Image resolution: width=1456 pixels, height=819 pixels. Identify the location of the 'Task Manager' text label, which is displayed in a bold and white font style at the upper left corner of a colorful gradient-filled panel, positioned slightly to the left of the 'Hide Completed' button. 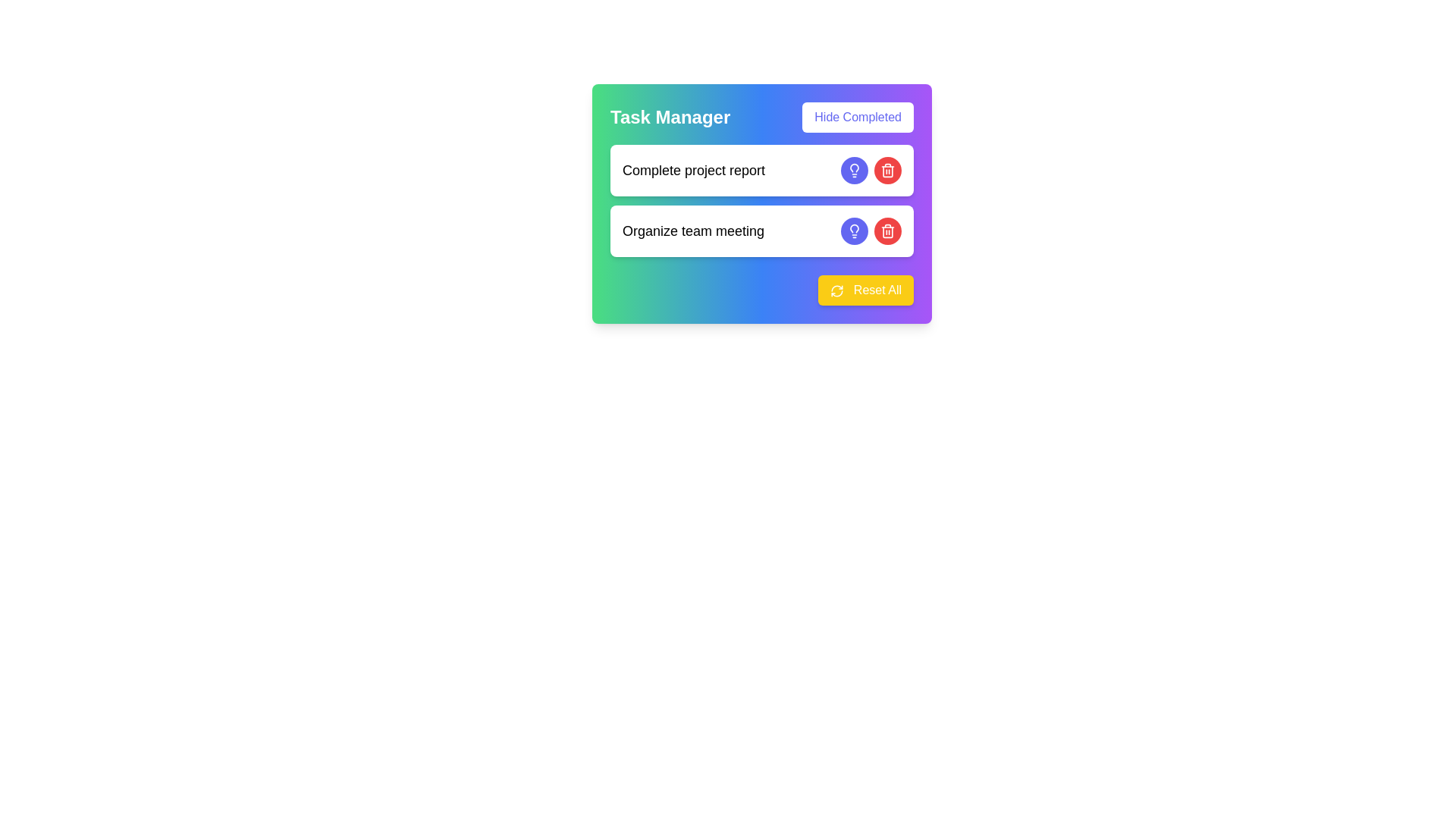
(670, 116).